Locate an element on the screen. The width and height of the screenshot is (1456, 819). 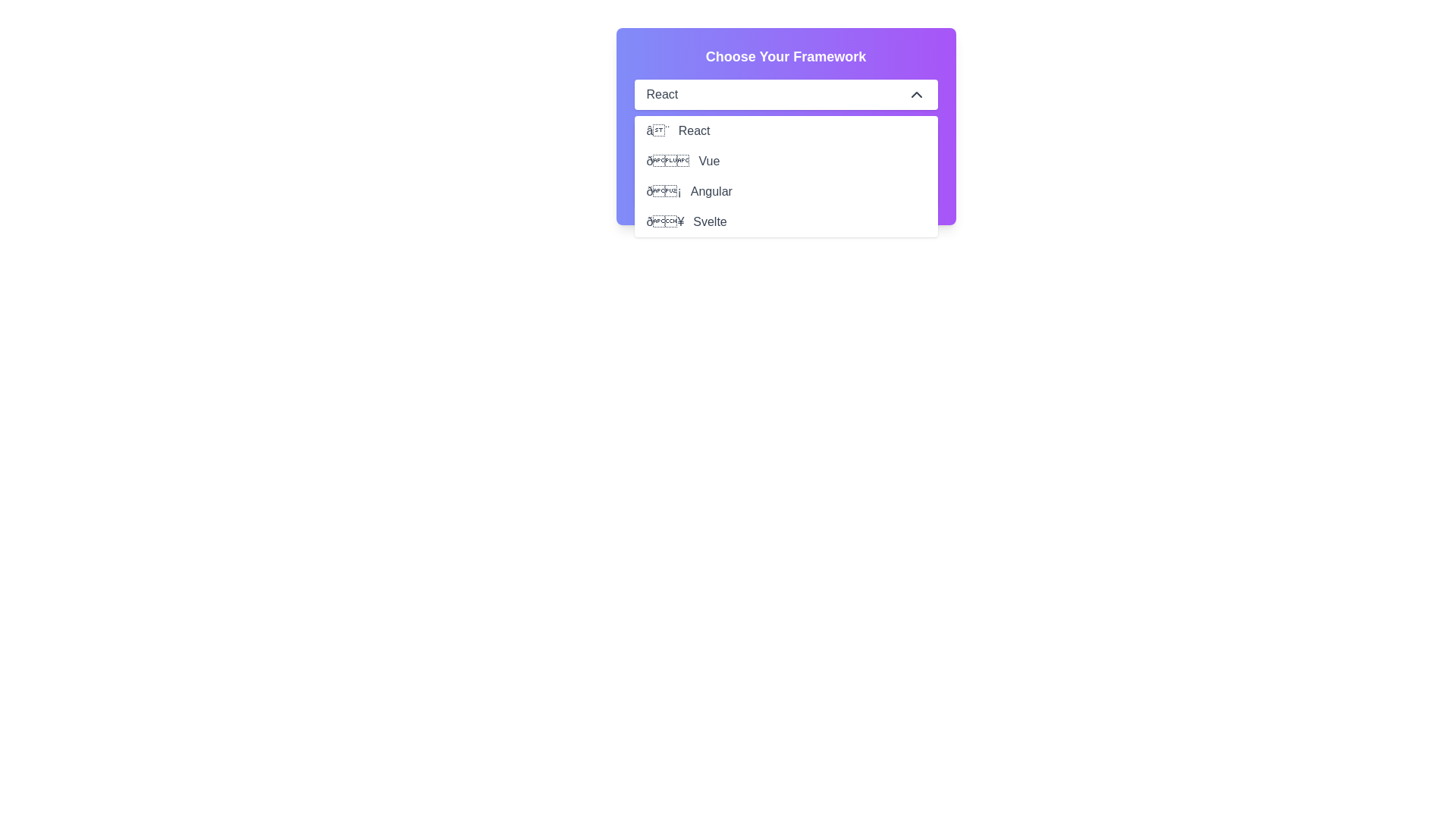
the flame emoji icon ('🔥') in the last row of the dropdown list under 'Choose Your Framework', located to the left of the text 'Svelte' is located at coordinates (665, 222).